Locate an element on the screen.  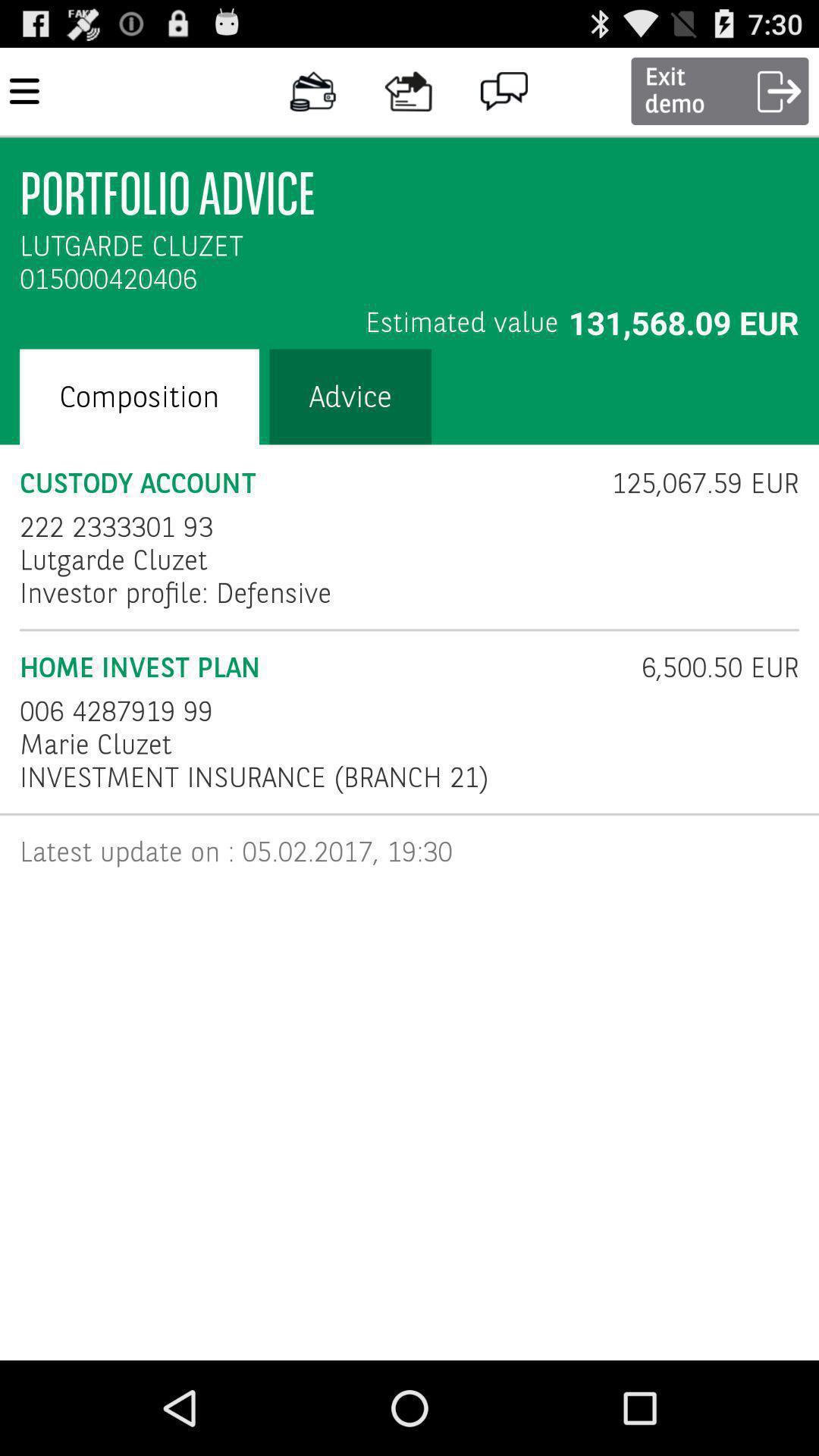
125 067 59 is located at coordinates (695, 482).